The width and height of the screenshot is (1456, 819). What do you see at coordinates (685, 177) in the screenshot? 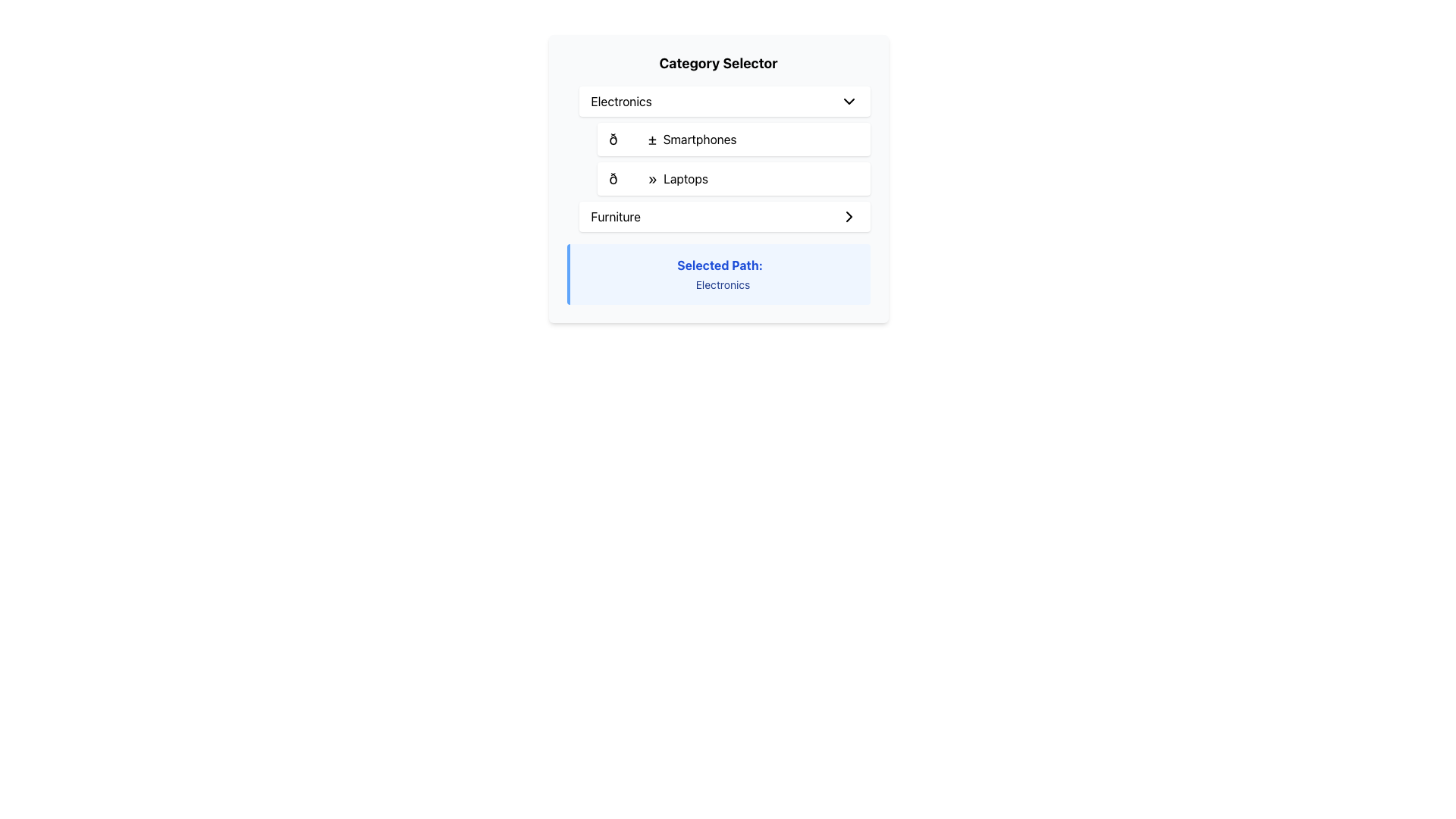
I see `the 'Laptops' text label, which is a bold sans-serif font positioned to the right of a right-facing arrow icon under the 'Category Selector' dropdown` at bounding box center [685, 177].